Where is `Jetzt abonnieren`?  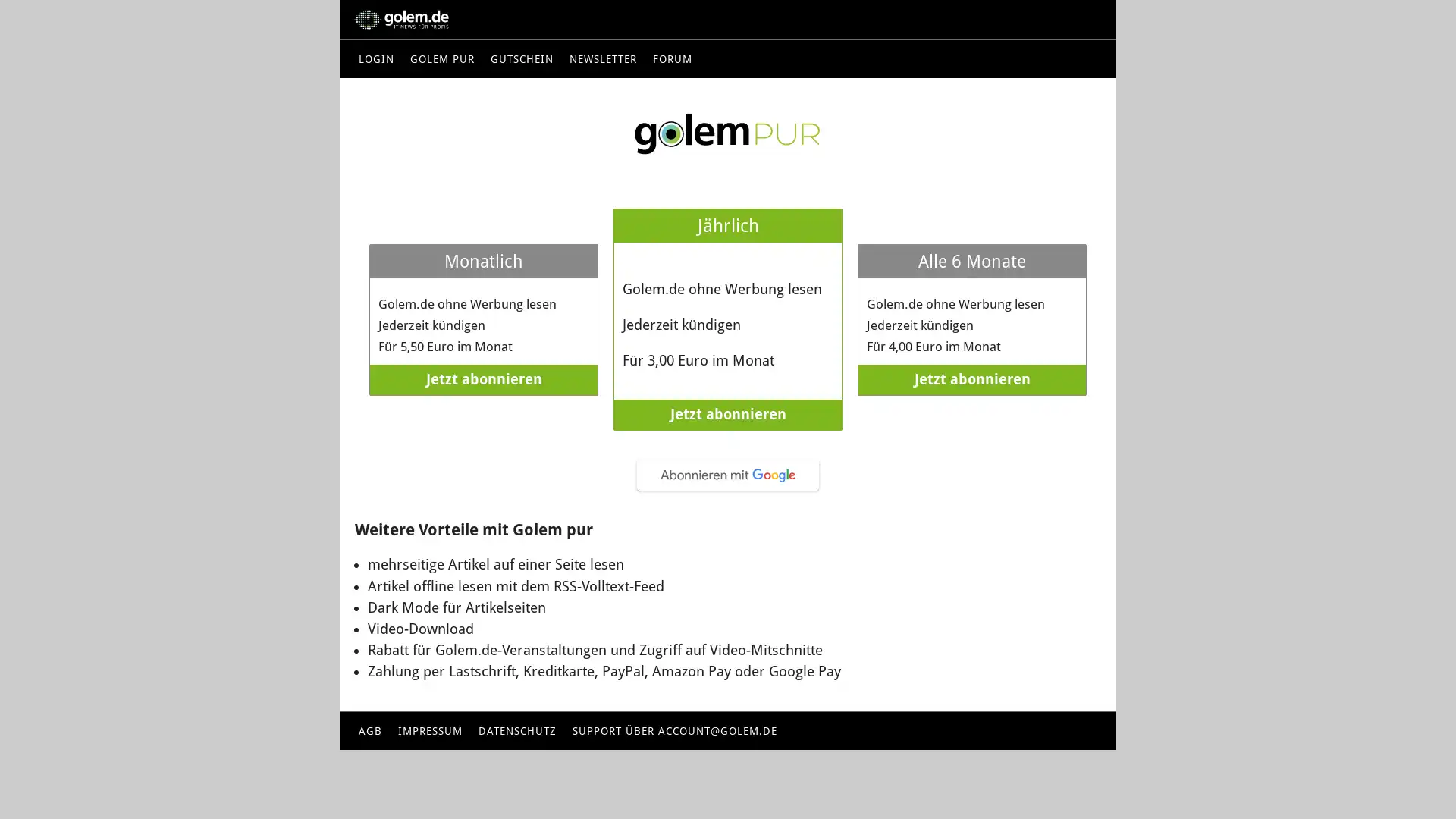 Jetzt abonnieren is located at coordinates (971, 379).